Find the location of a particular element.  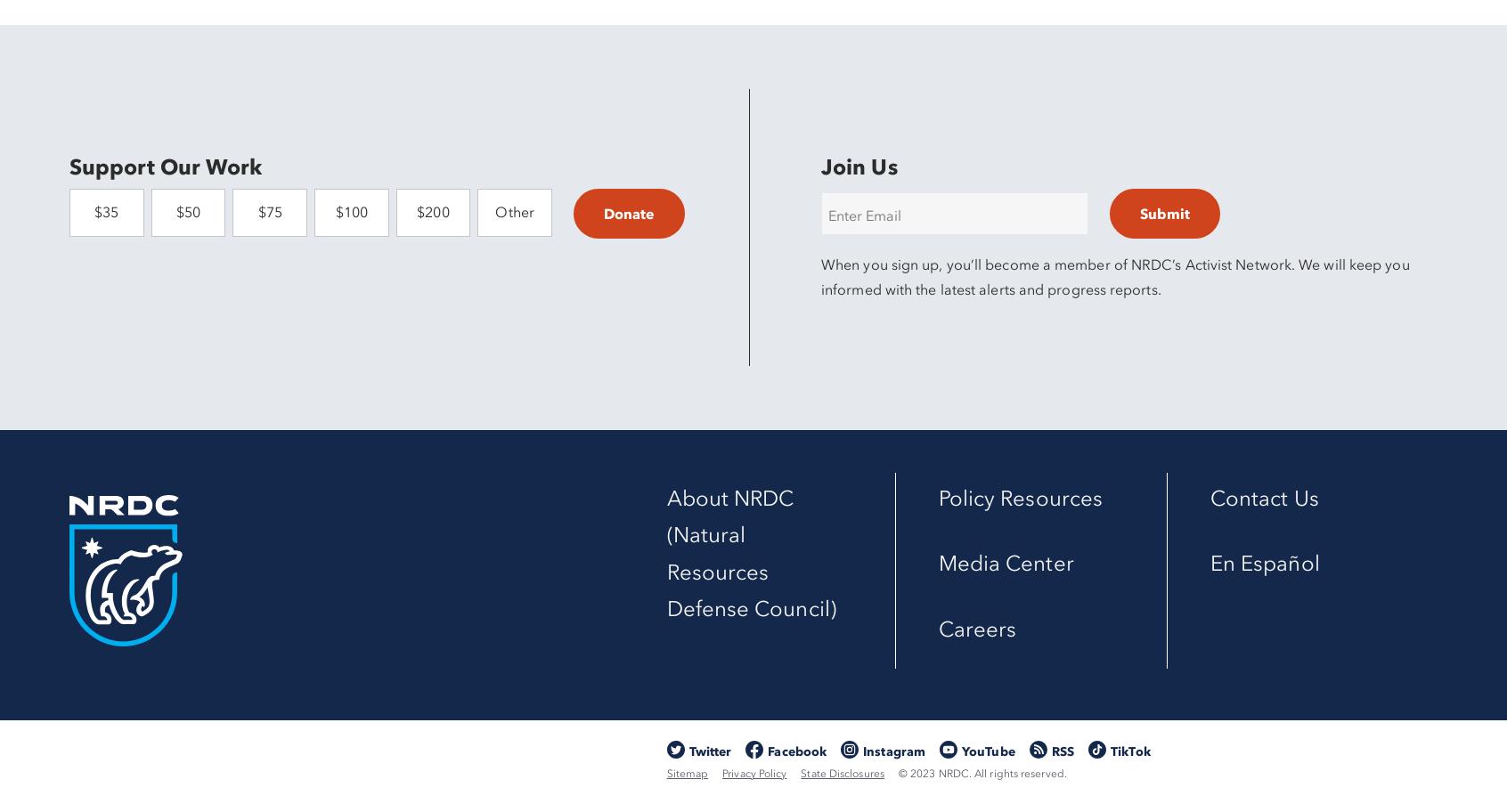

'$200' is located at coordinates (431, 212).